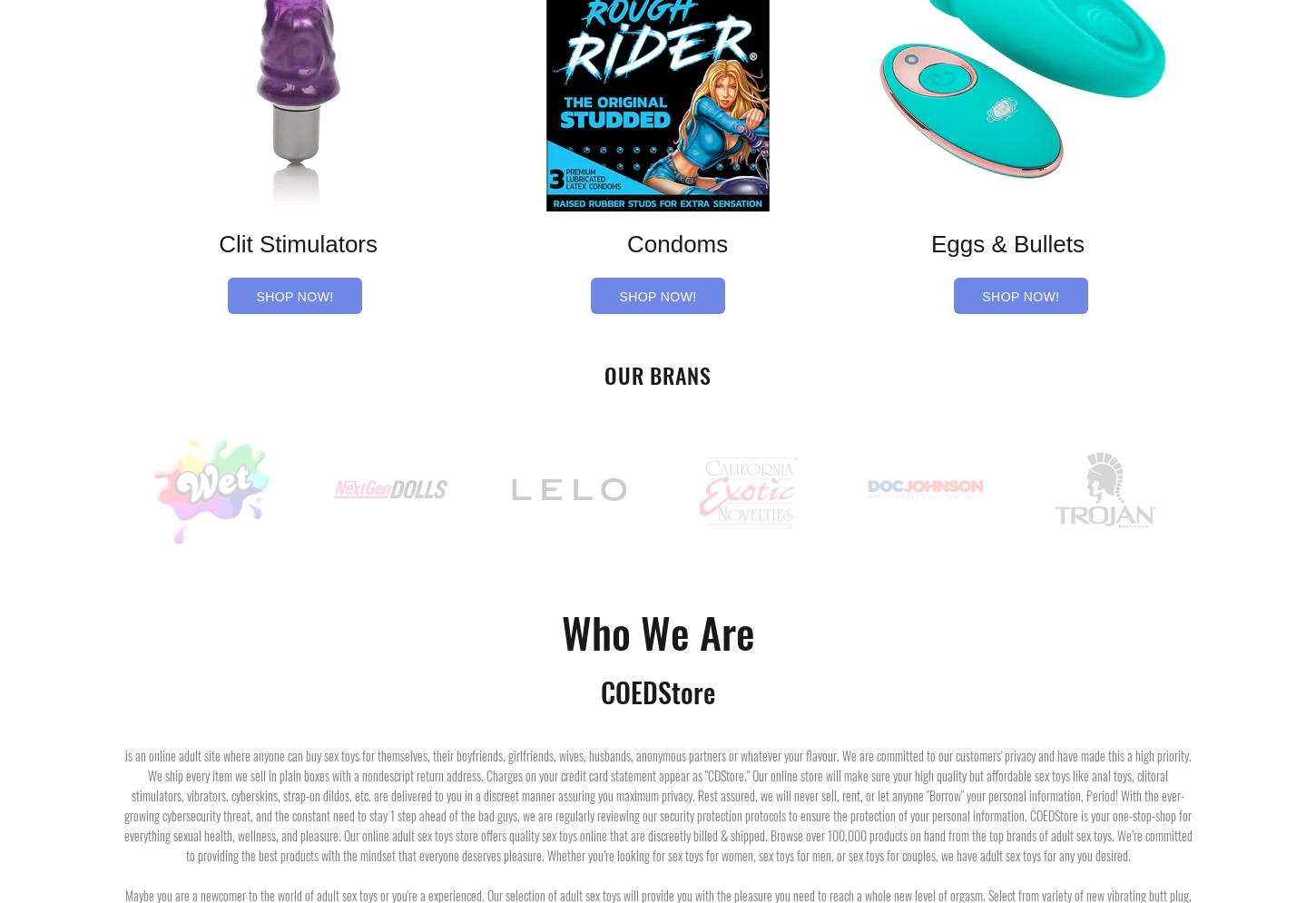 Image resolution: width=1316 pixels, height=903 pixels. What do you see at coordinates (294, 243) in the screenshot?
I see `'Clit Stimulators'` at bounding box center [294, 243].